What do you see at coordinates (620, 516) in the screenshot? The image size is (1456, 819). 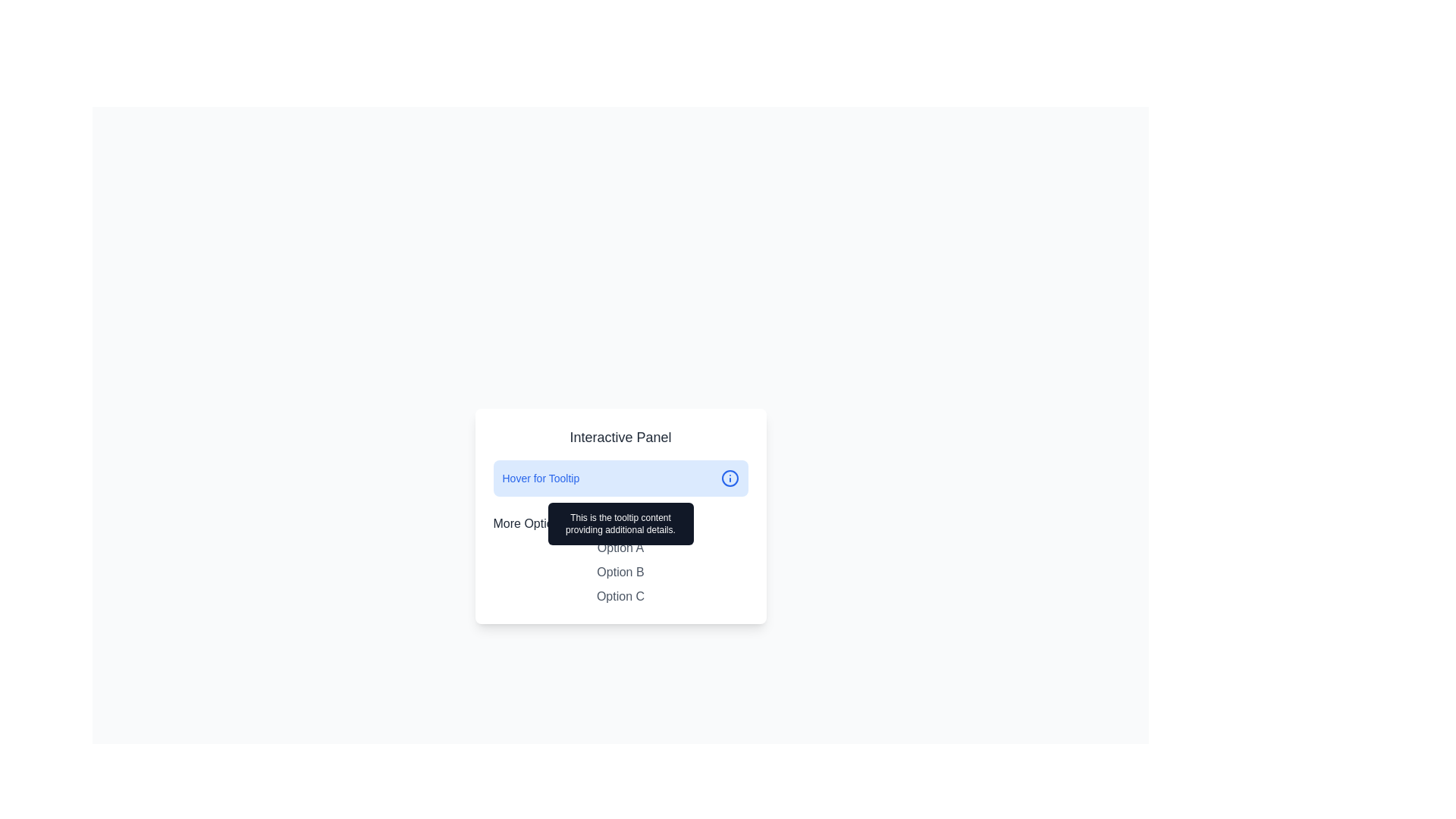 I see `the hoverable button within the centrally located card or panel` at bounding box center [620, 516].